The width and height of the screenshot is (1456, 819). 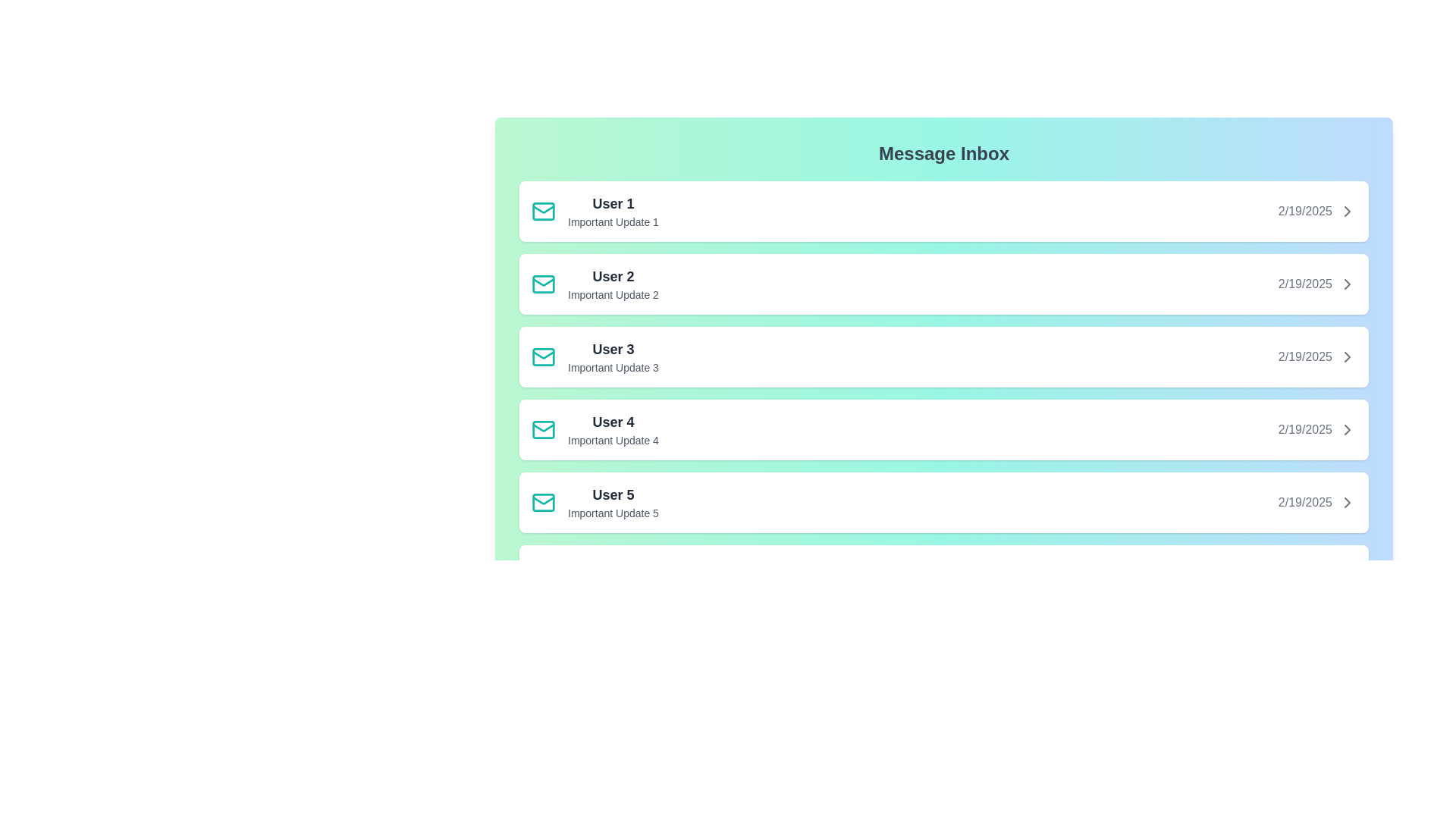 I want to click on the message corresponding to User 4, so click(x=943, y=430).